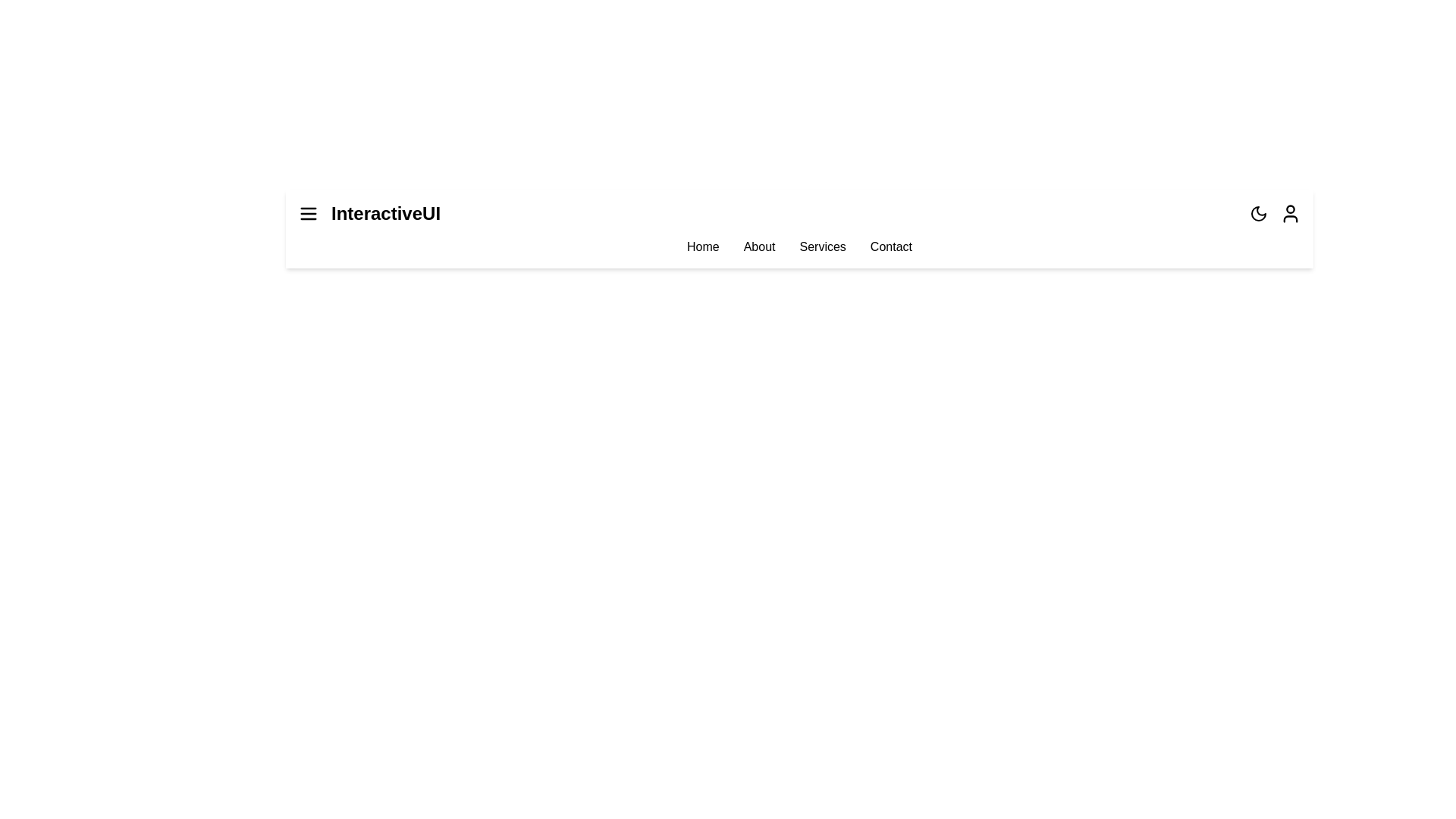 The width and height of the screenshot is (1456, 819). Describe the element at coordinates (759, 246) in the screenshot. I see `the menu item About to navigate to the respective section` at that location.